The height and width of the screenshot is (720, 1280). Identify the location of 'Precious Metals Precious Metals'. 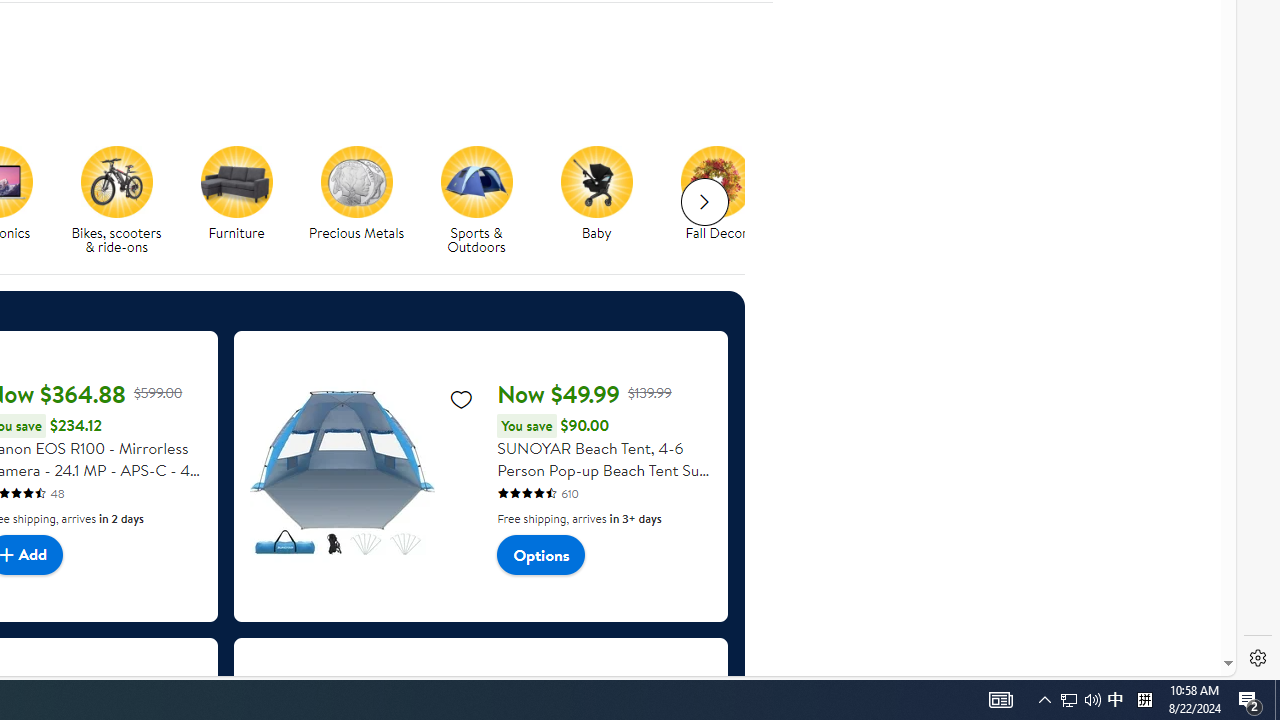
(357, 194).